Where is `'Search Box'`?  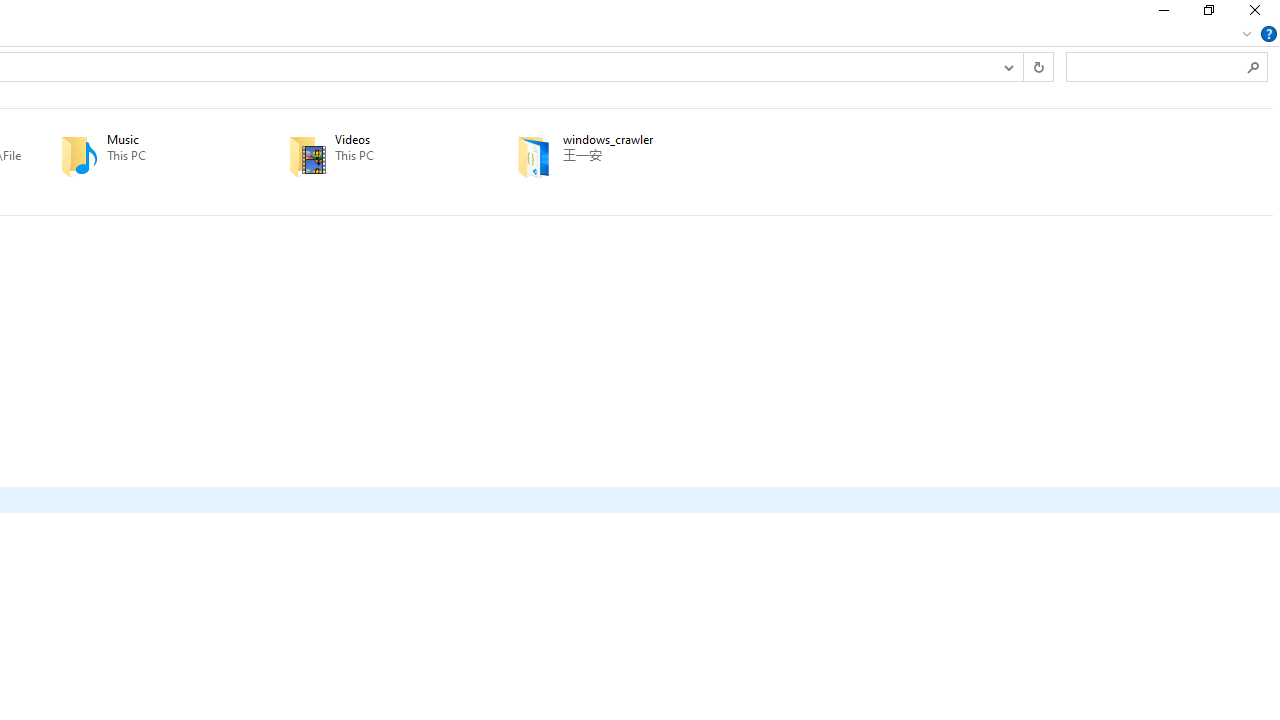 'Search Box' is located at coordinates (1157, 65).